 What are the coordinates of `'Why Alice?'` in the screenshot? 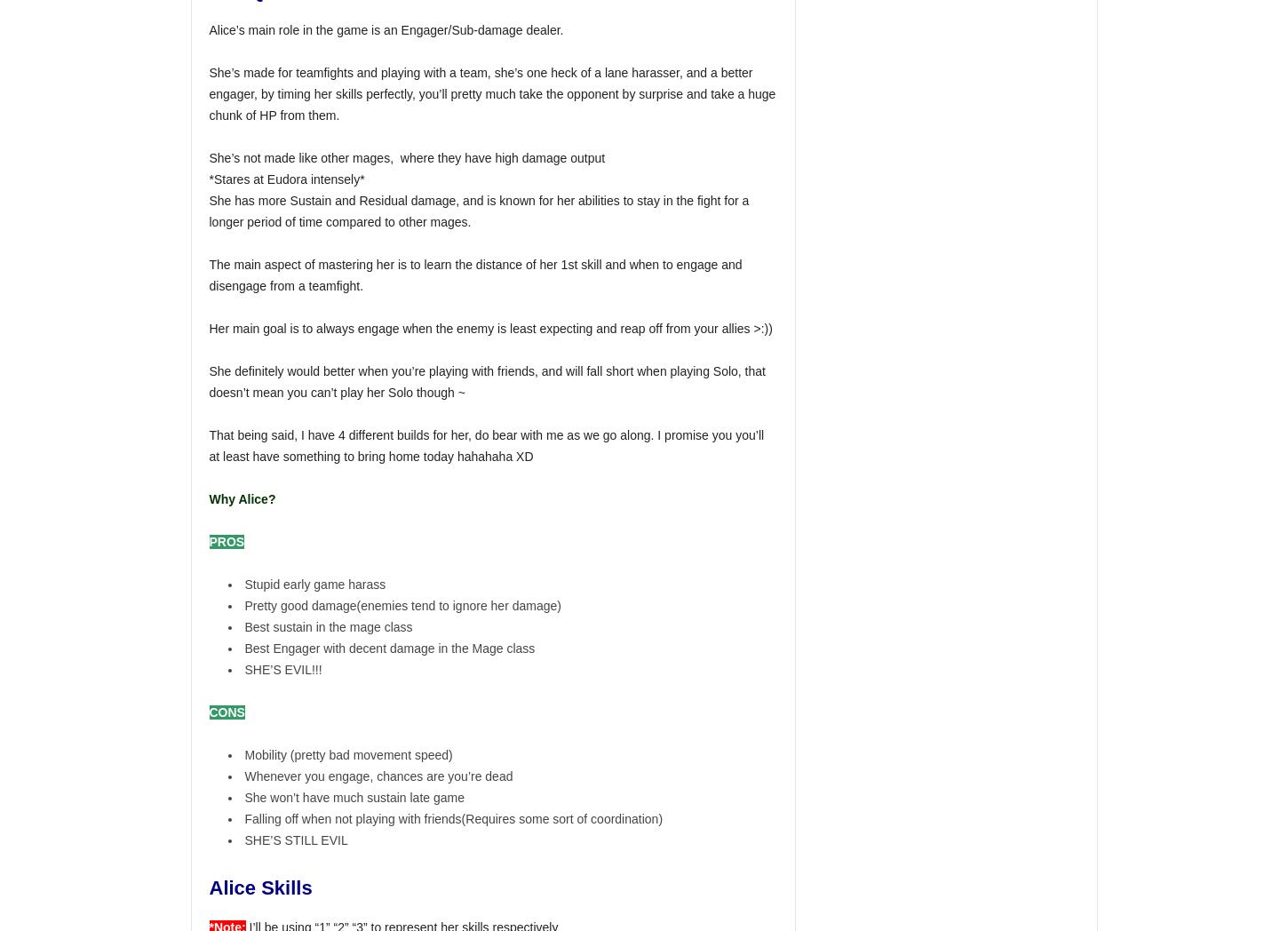 It's located at (242, 498).